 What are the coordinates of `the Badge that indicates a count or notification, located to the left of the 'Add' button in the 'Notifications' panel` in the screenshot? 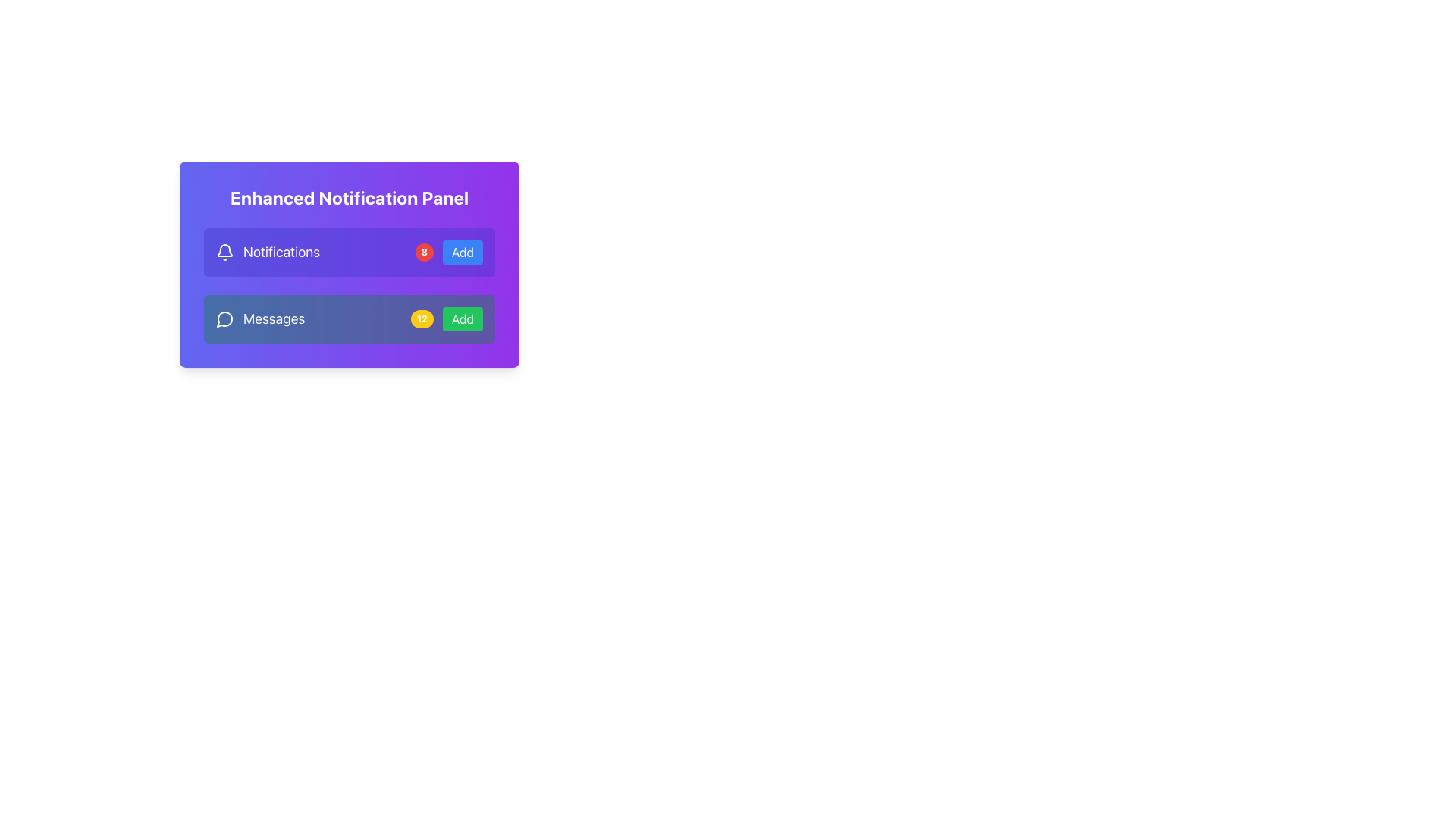 It's located at (424, 251).